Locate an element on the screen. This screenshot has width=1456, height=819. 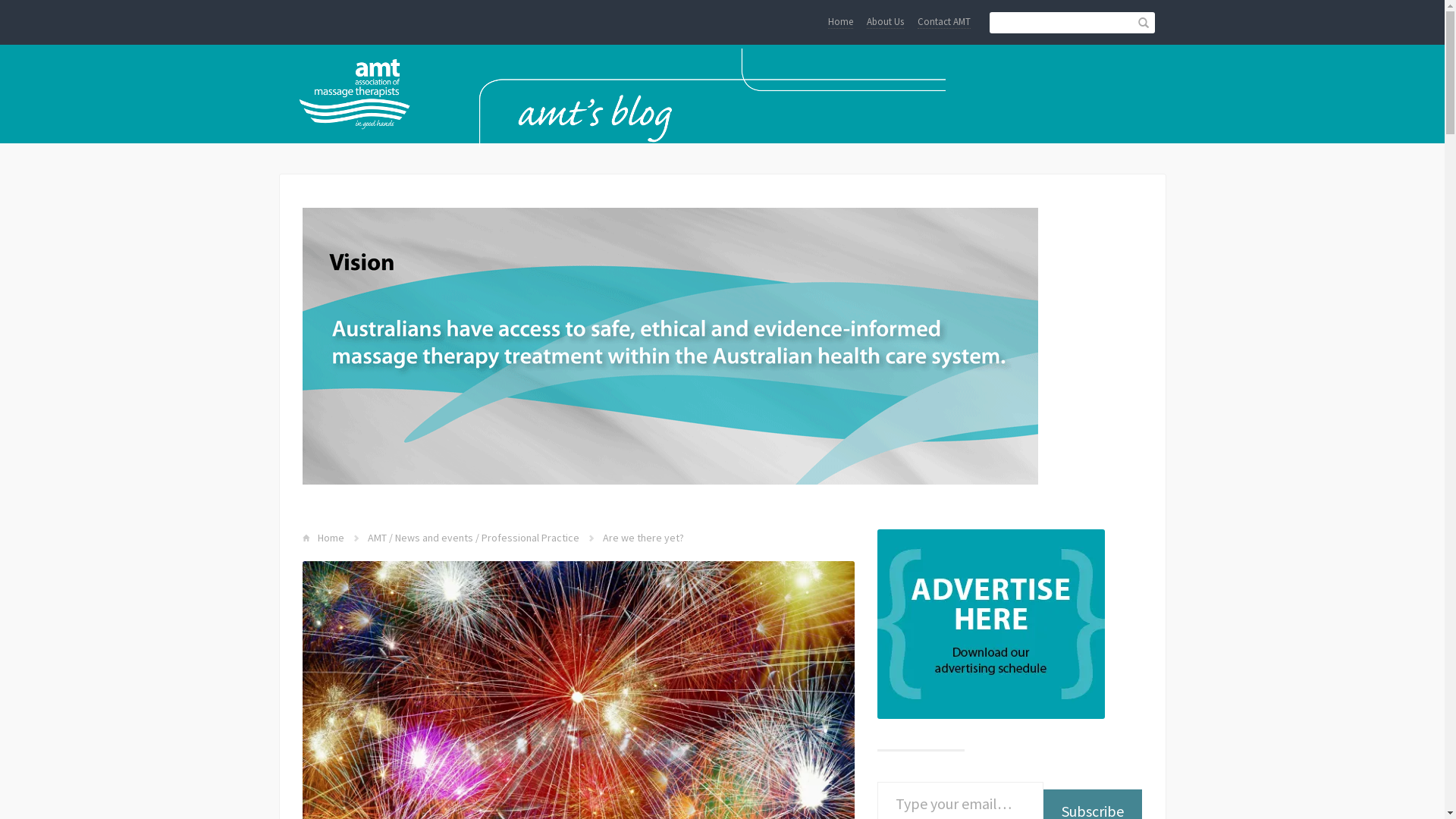
'Home' is located at coordinates (329, 537).